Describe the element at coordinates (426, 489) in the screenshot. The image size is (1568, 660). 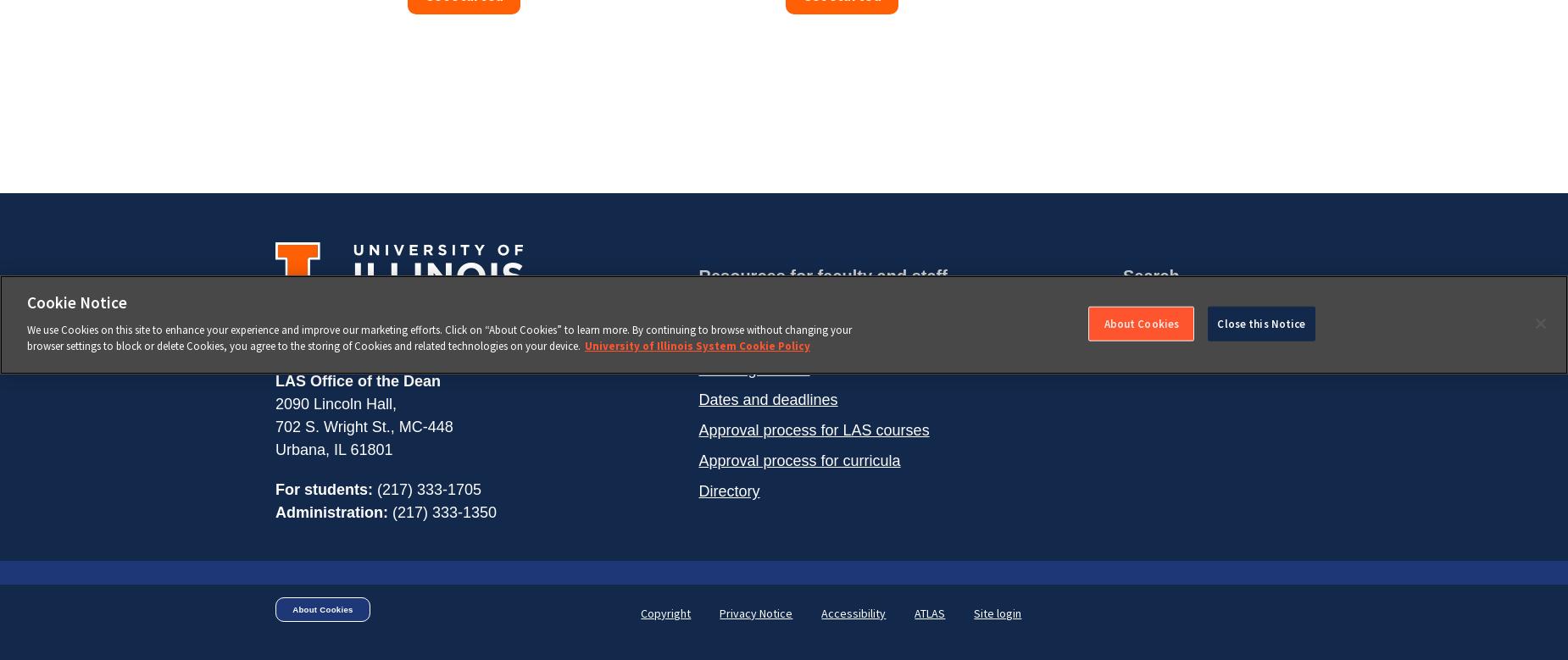
I see `'(217) 333-1705'` at that location.